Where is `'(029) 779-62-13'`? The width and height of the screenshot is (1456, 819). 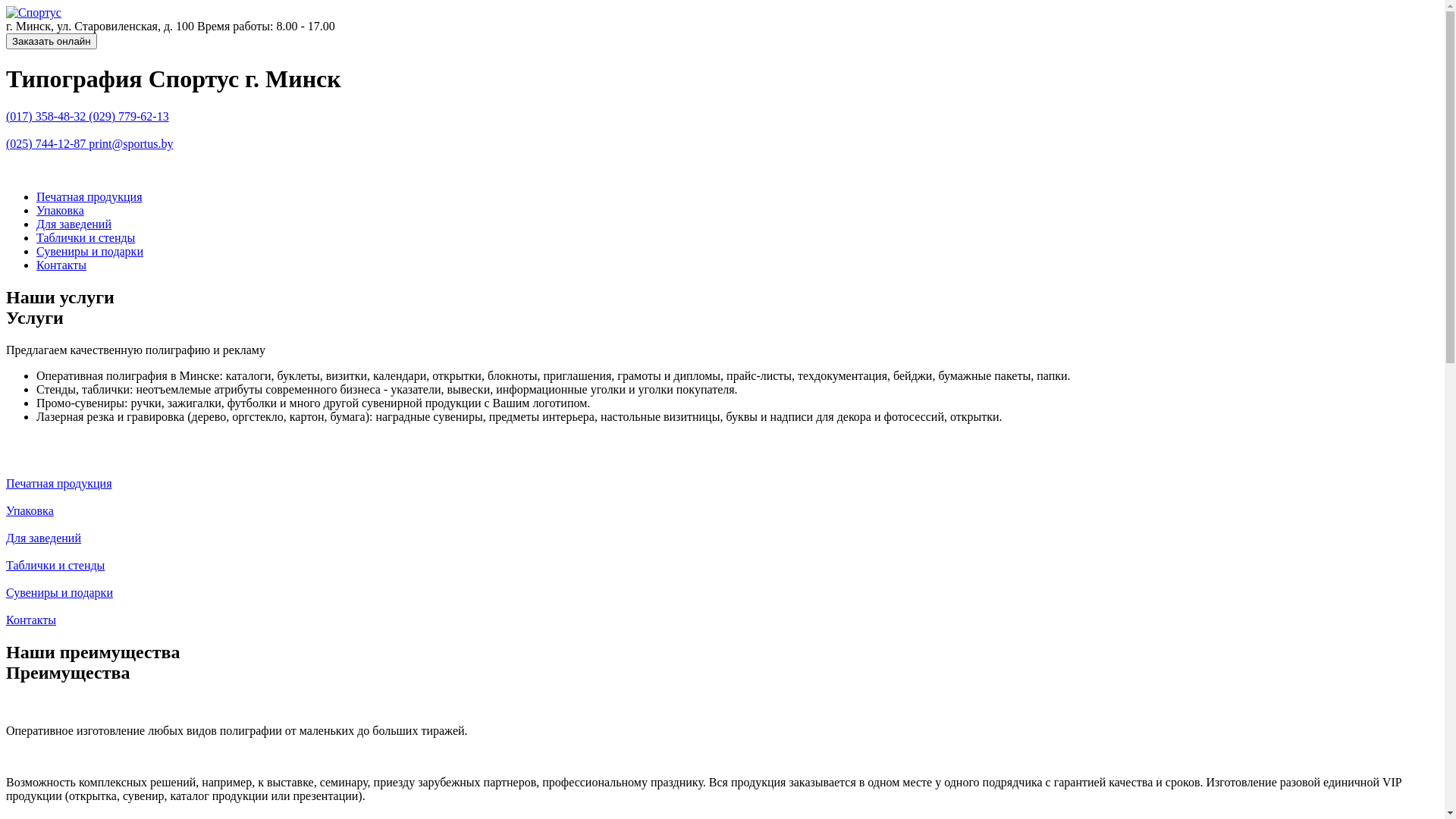 '(029) 779-62-13' is located at coordinates (87, 115).